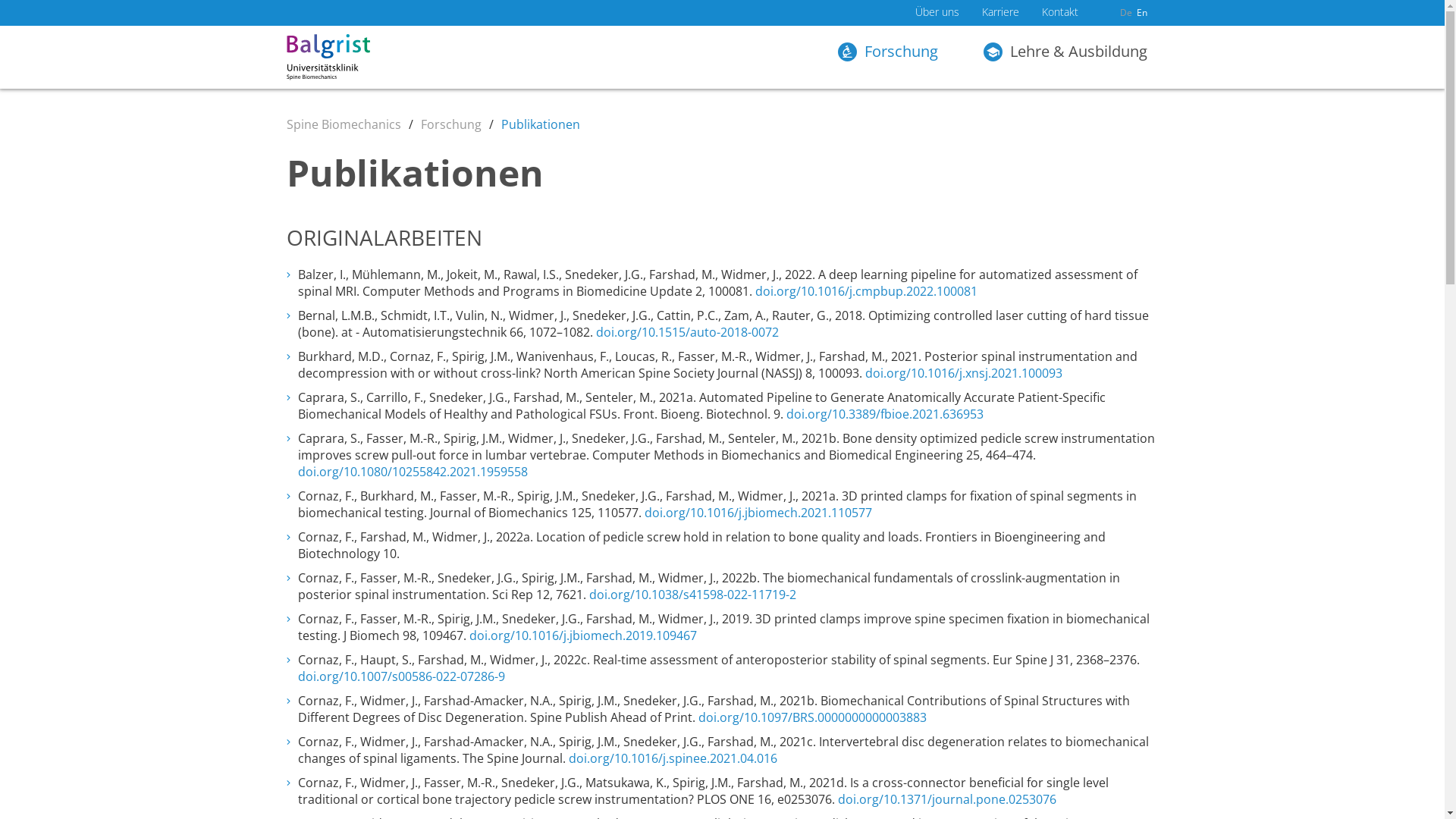 This screenshot has width=1456, height=819. What do you see at coordinates (588, 593) in the screenshot?
I see `'doi.org/10.1038/s41598-022-11719-2'` at bounding box center [588, 593].